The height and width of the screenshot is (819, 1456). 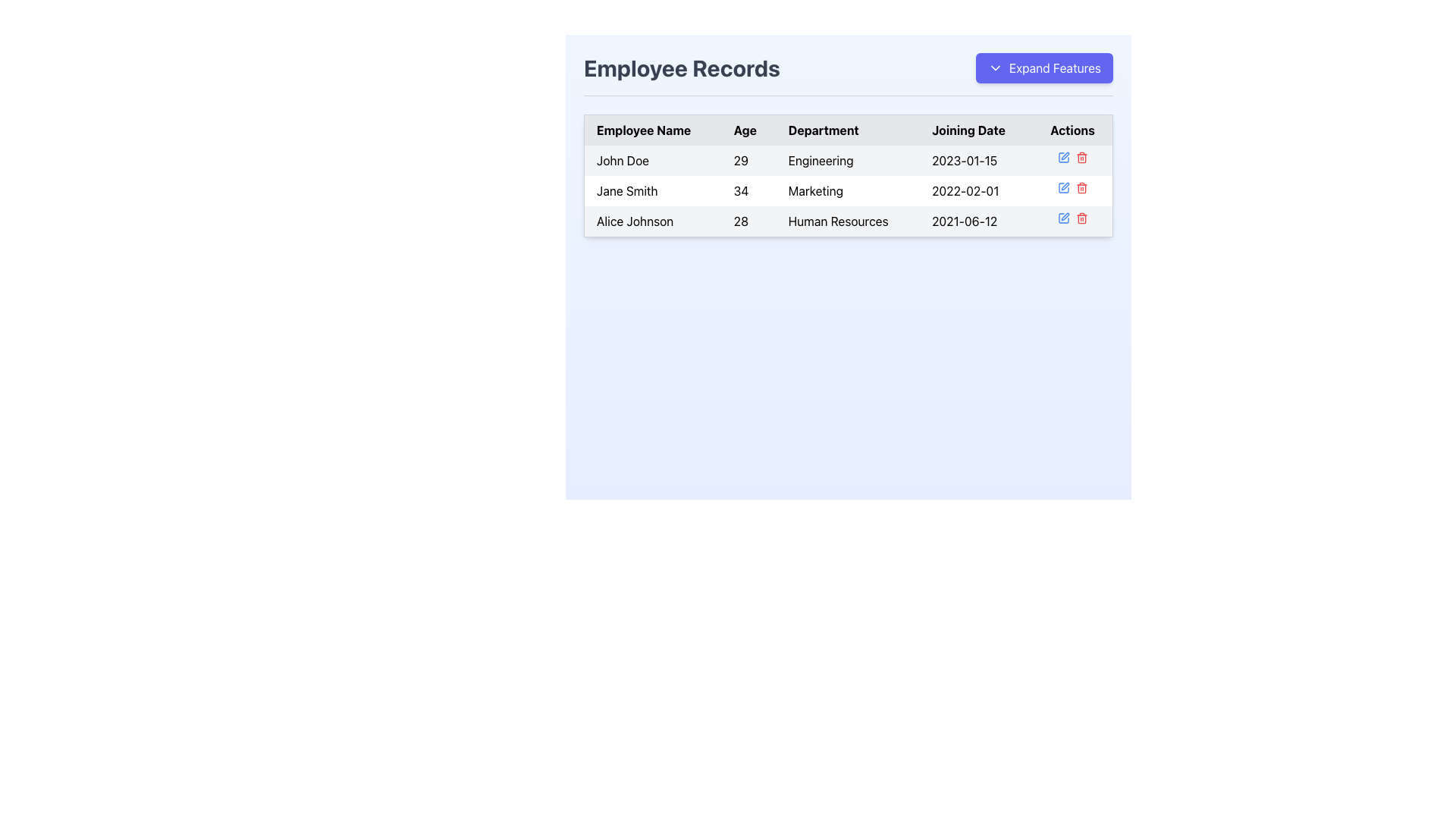 I want to click on 'Employee Records' title for context from the Composite section containing a title and button, which features a left-aligned bold title and a right-aligned button labeled 'Expand Features', so click(x=847, y=74).